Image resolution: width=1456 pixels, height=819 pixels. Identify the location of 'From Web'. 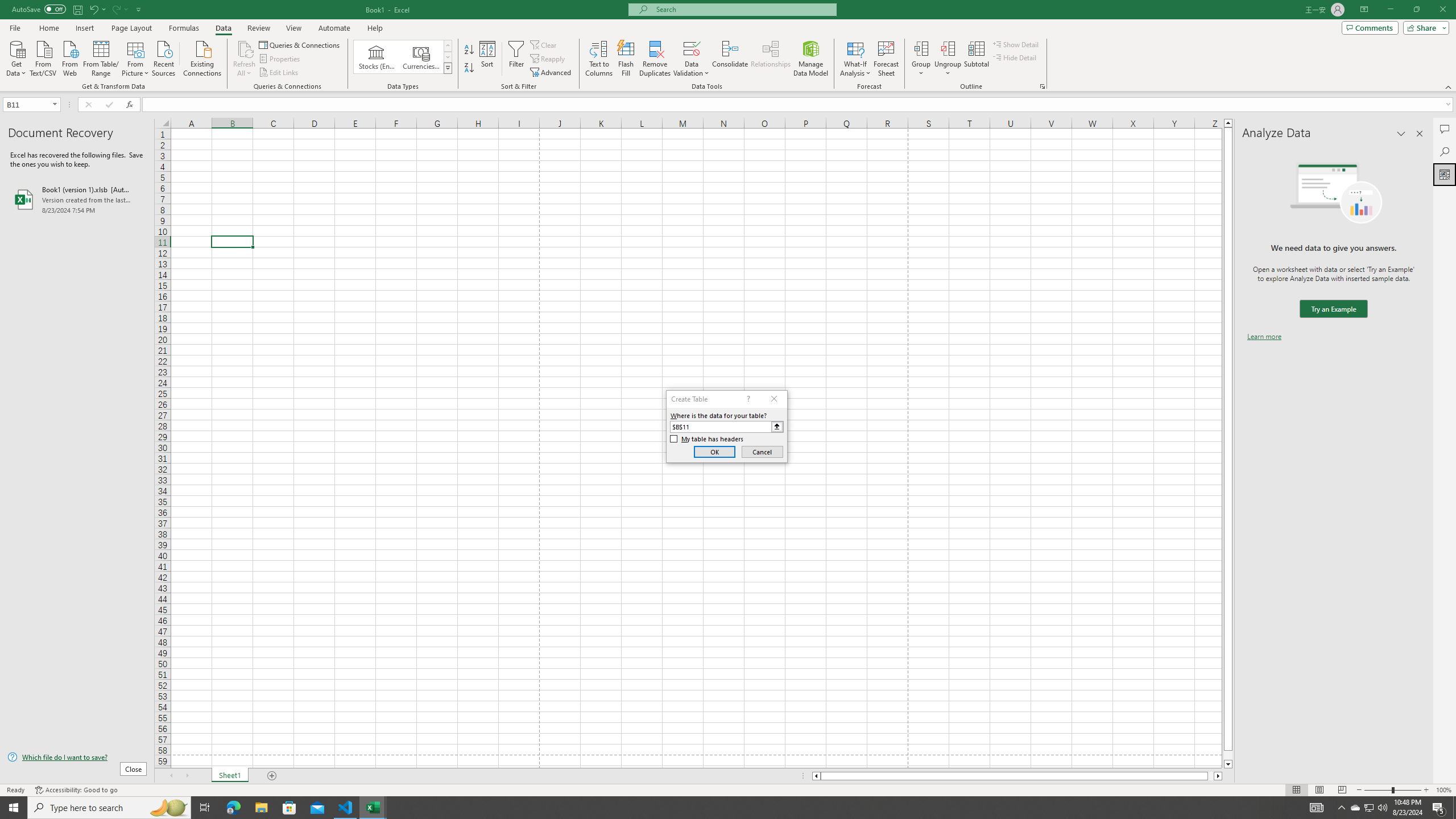
(69, 57).